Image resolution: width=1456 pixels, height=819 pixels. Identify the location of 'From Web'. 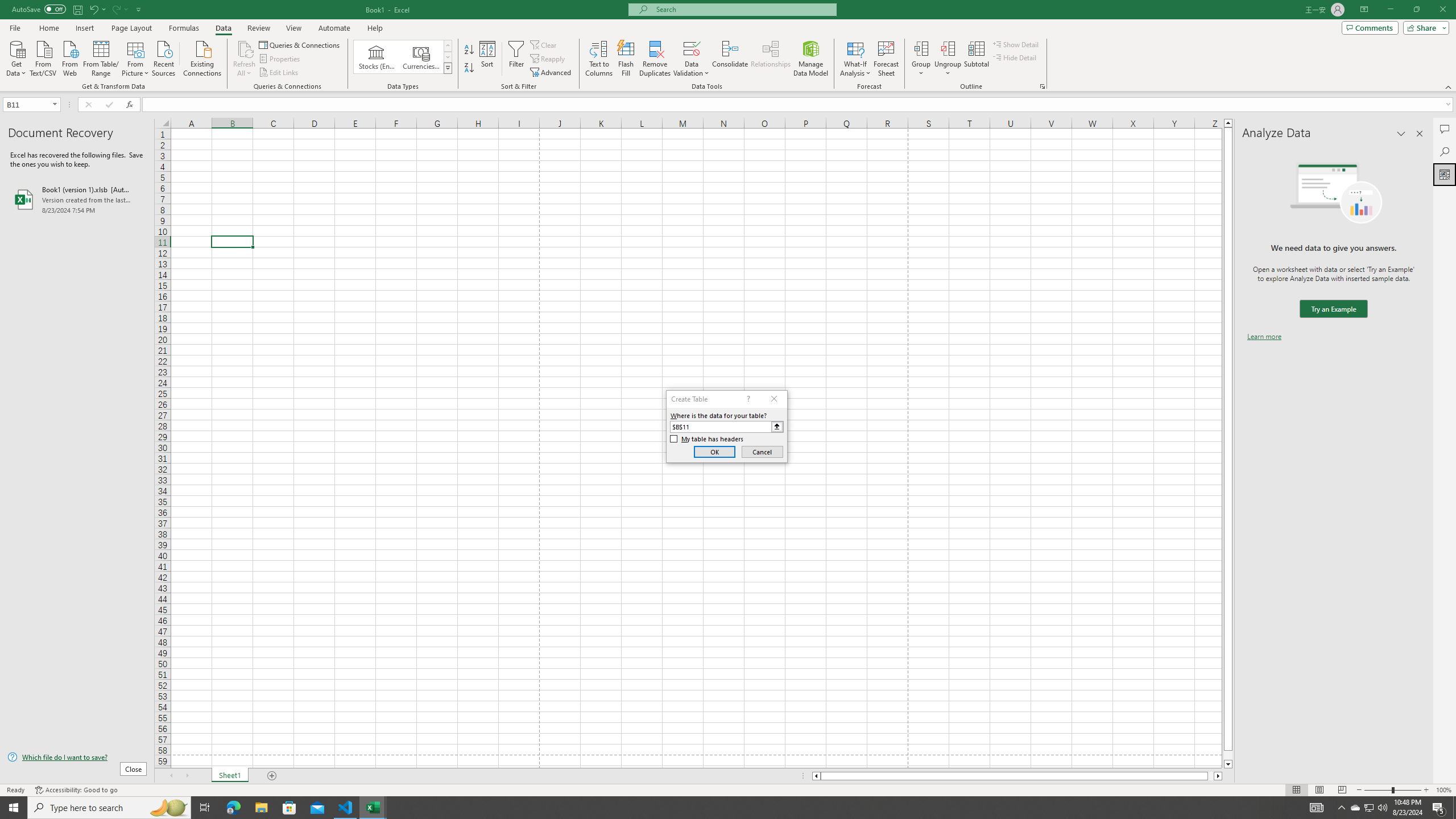
(69, 57).